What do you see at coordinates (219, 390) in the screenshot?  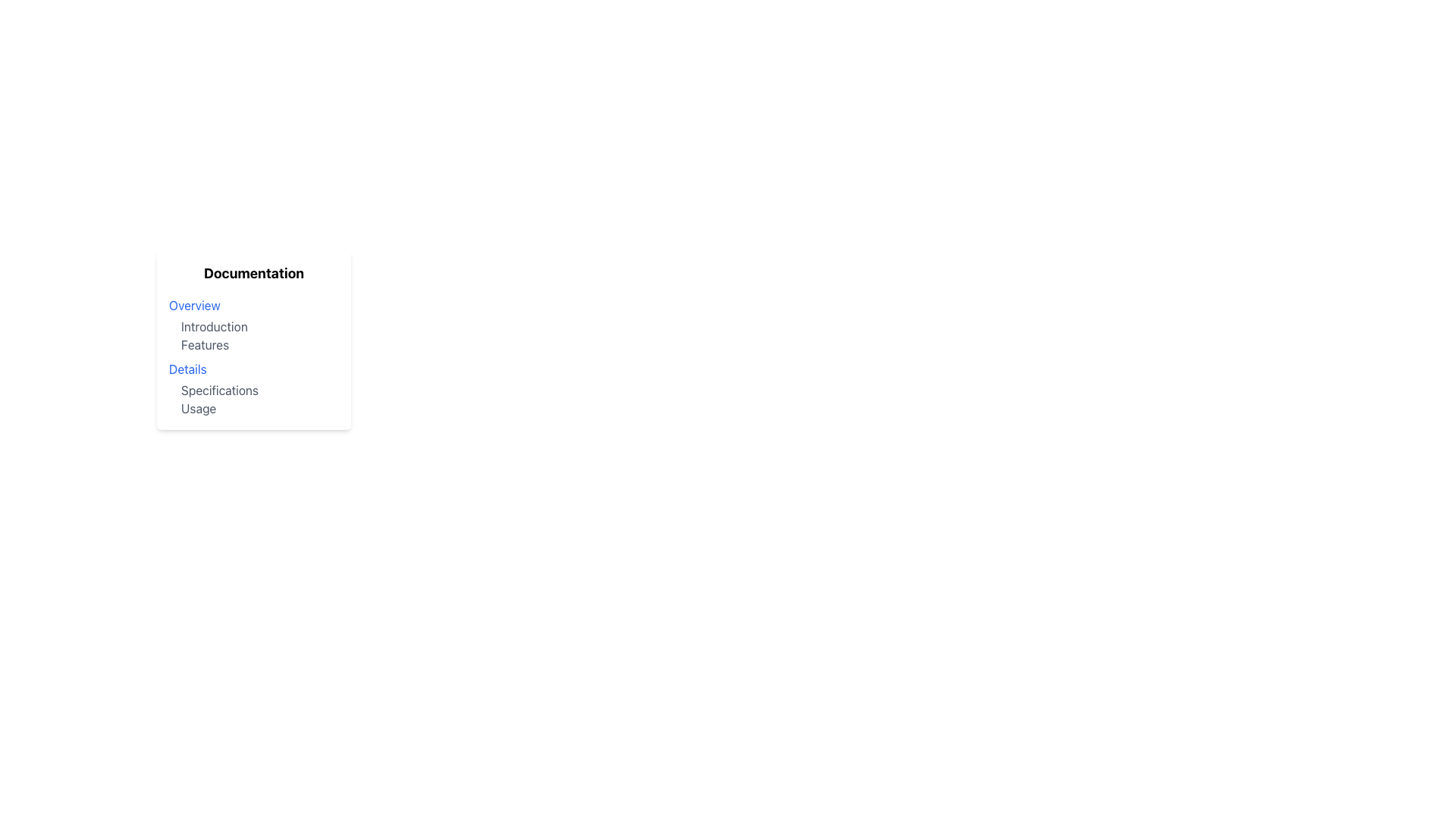 I see `the third hyperlink under the 'Details' section` at bounding box center [219, 390].